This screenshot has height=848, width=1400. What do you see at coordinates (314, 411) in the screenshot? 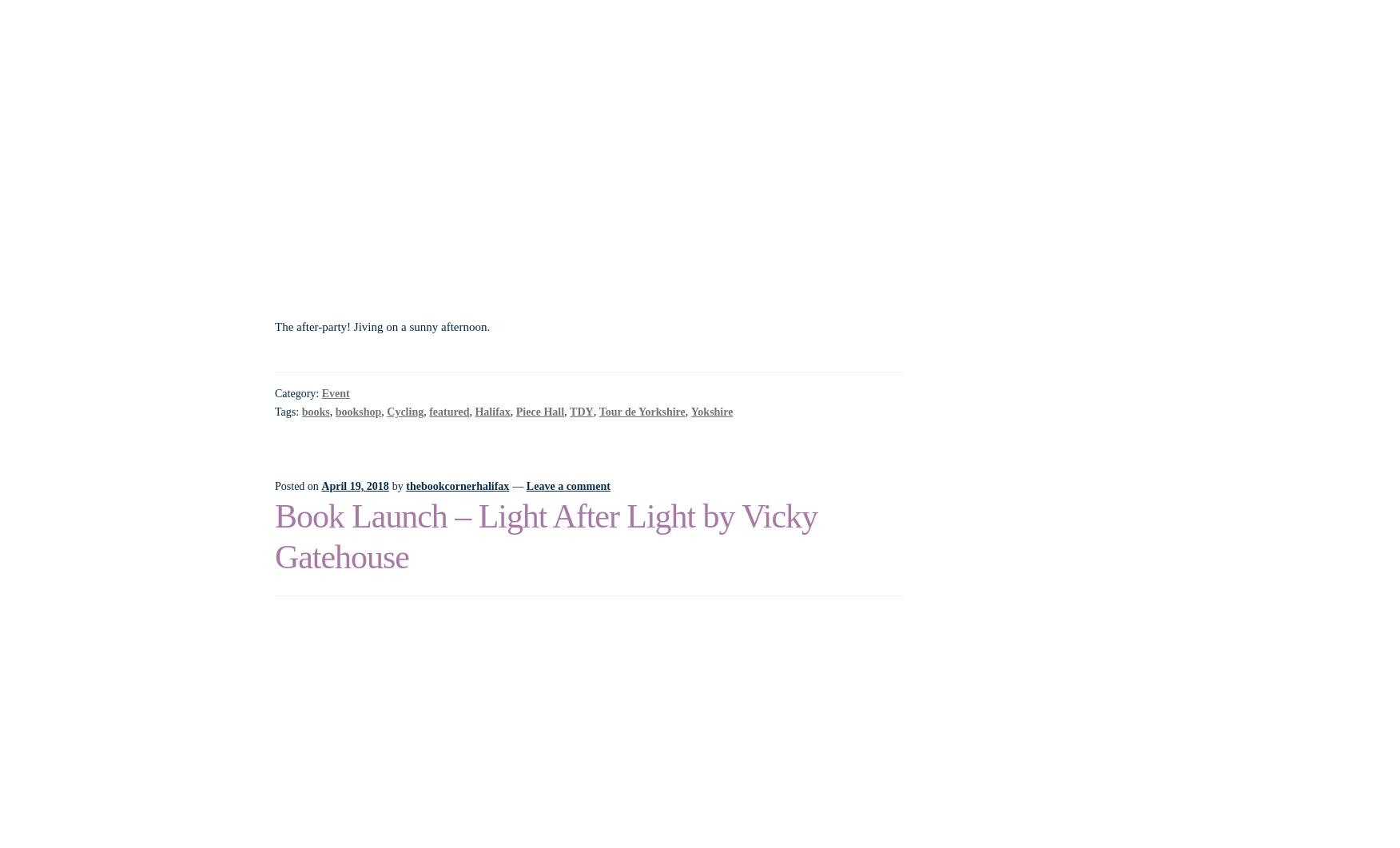
I see `'books'` at bounding box center [314, 411].